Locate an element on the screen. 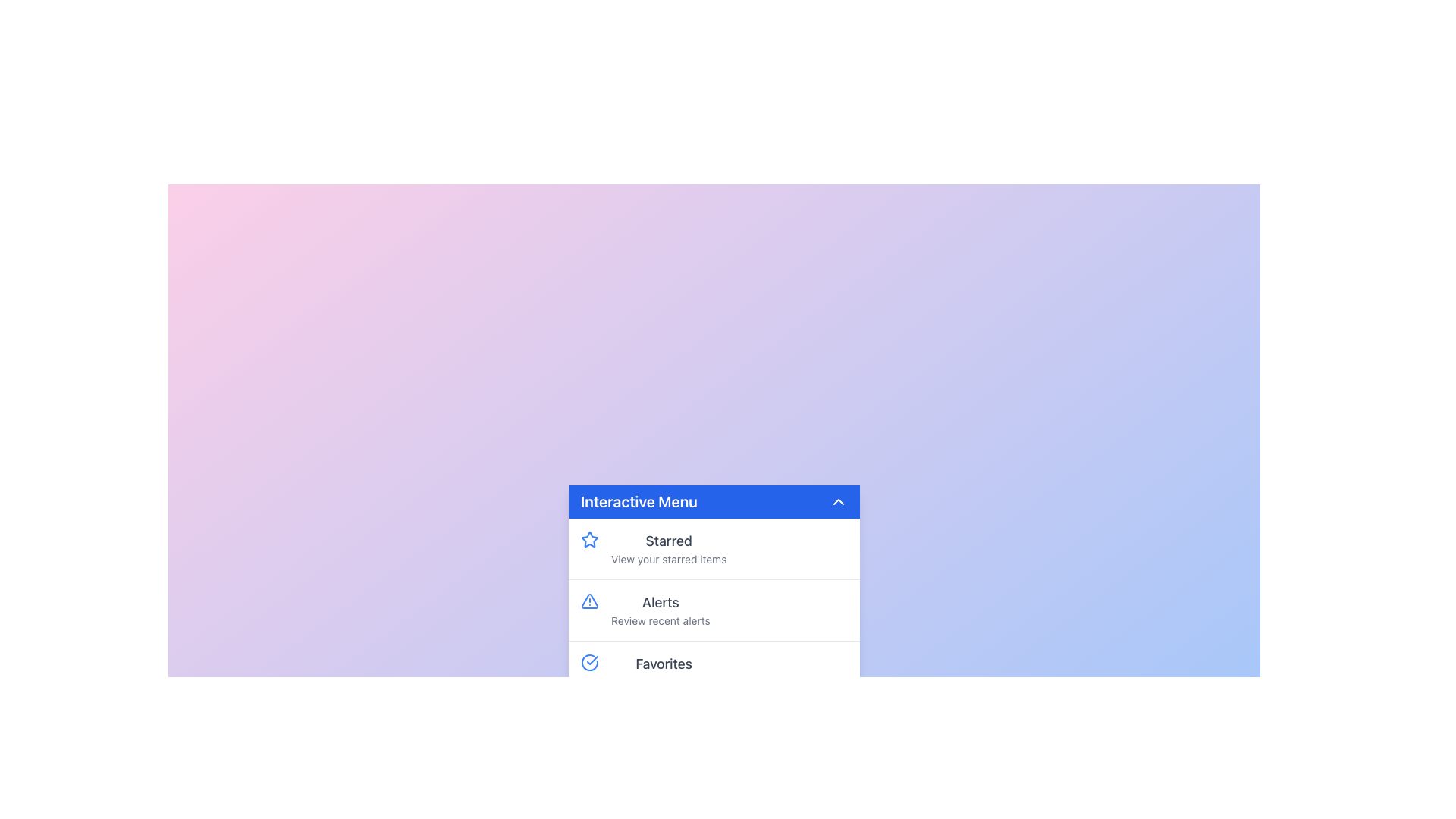  the first button under the 'Interactive Menu' header is located at coordinates (713, 549).